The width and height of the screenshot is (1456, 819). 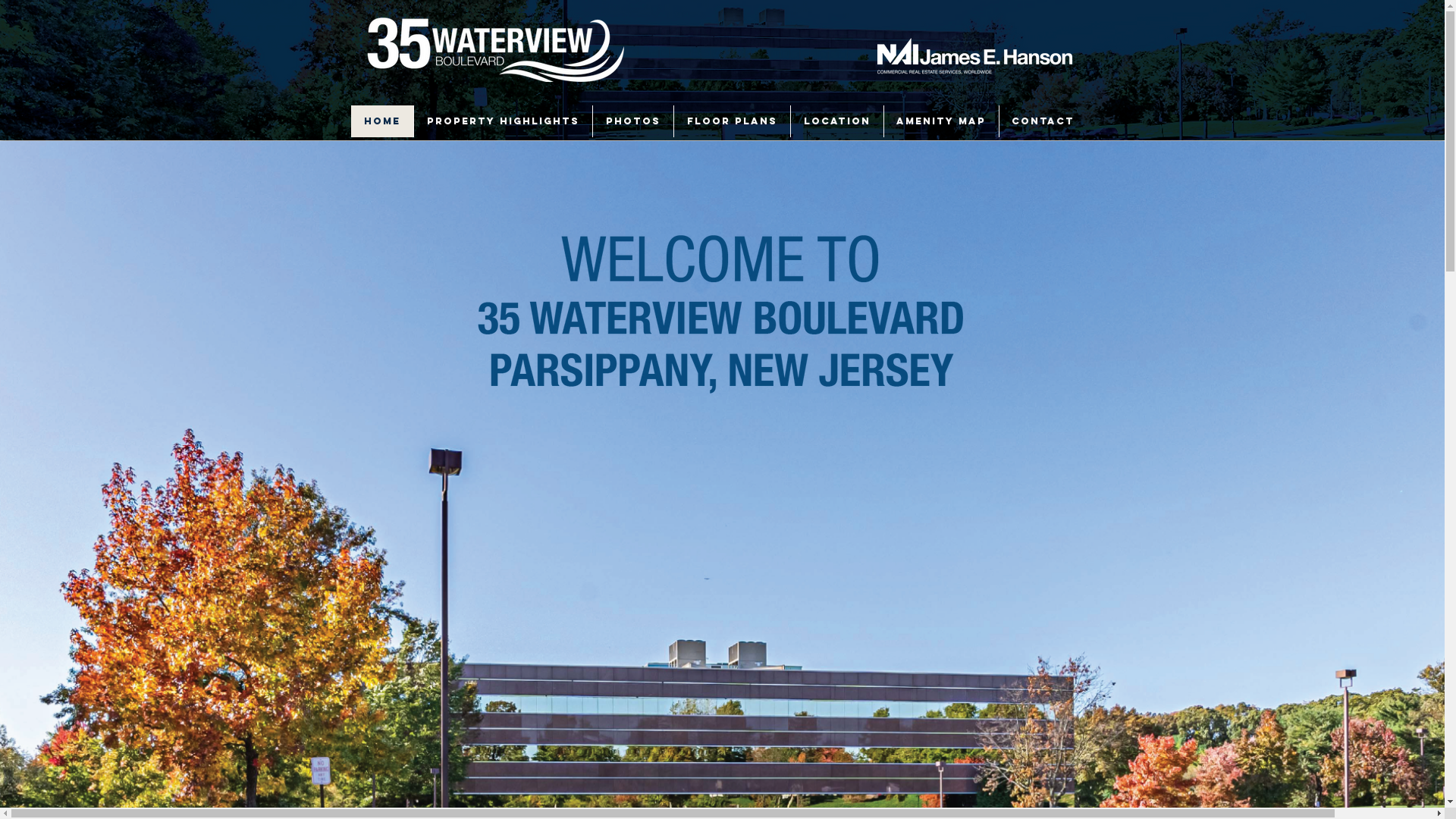 What do you see at coordinates (381, 120) in the screenshot?
I see `'HOME'` at bounding box center [381, 120].